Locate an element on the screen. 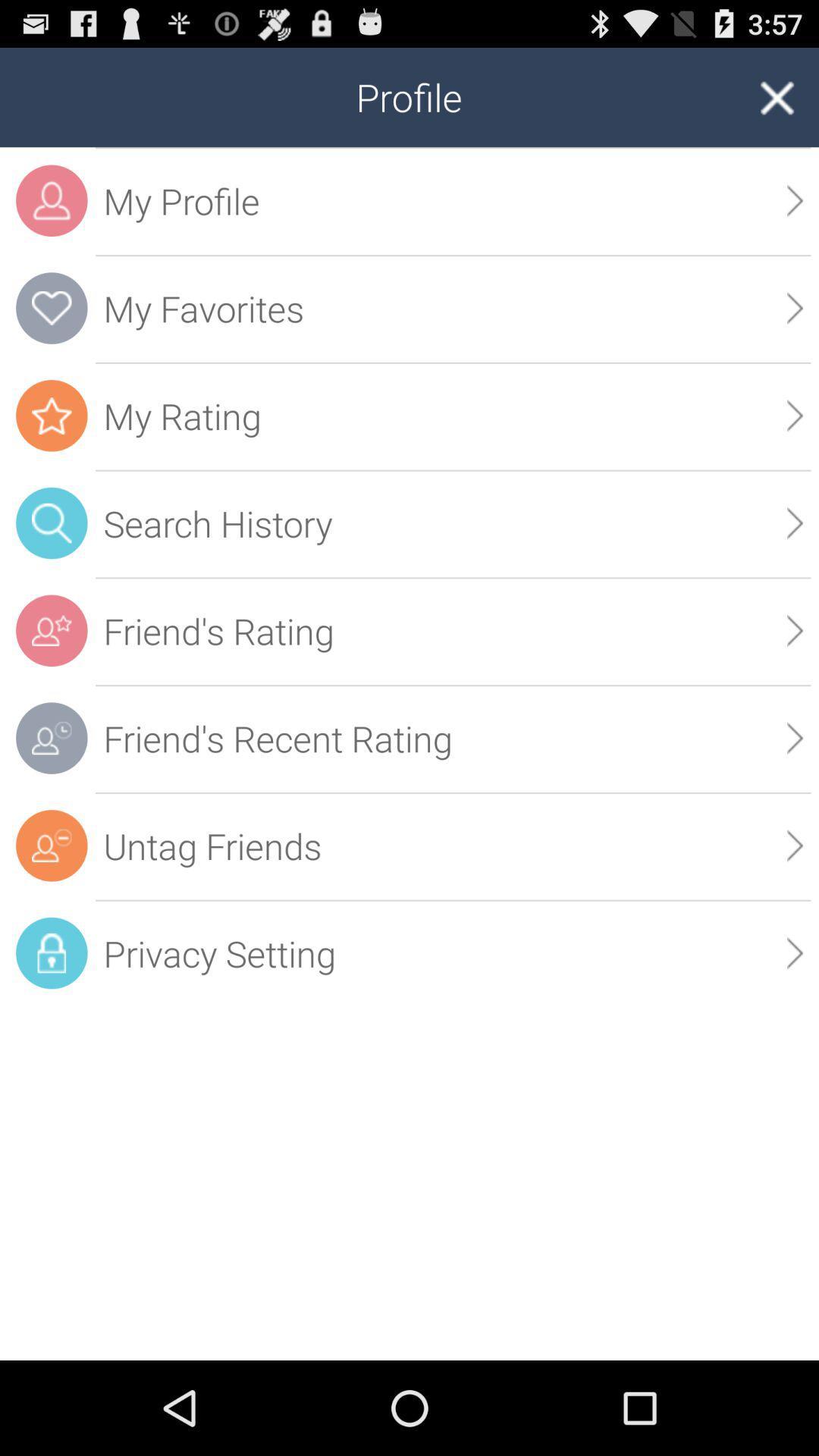 The image size is (819, 1456). cancel icon at the top is located at coordinates (776, 97).